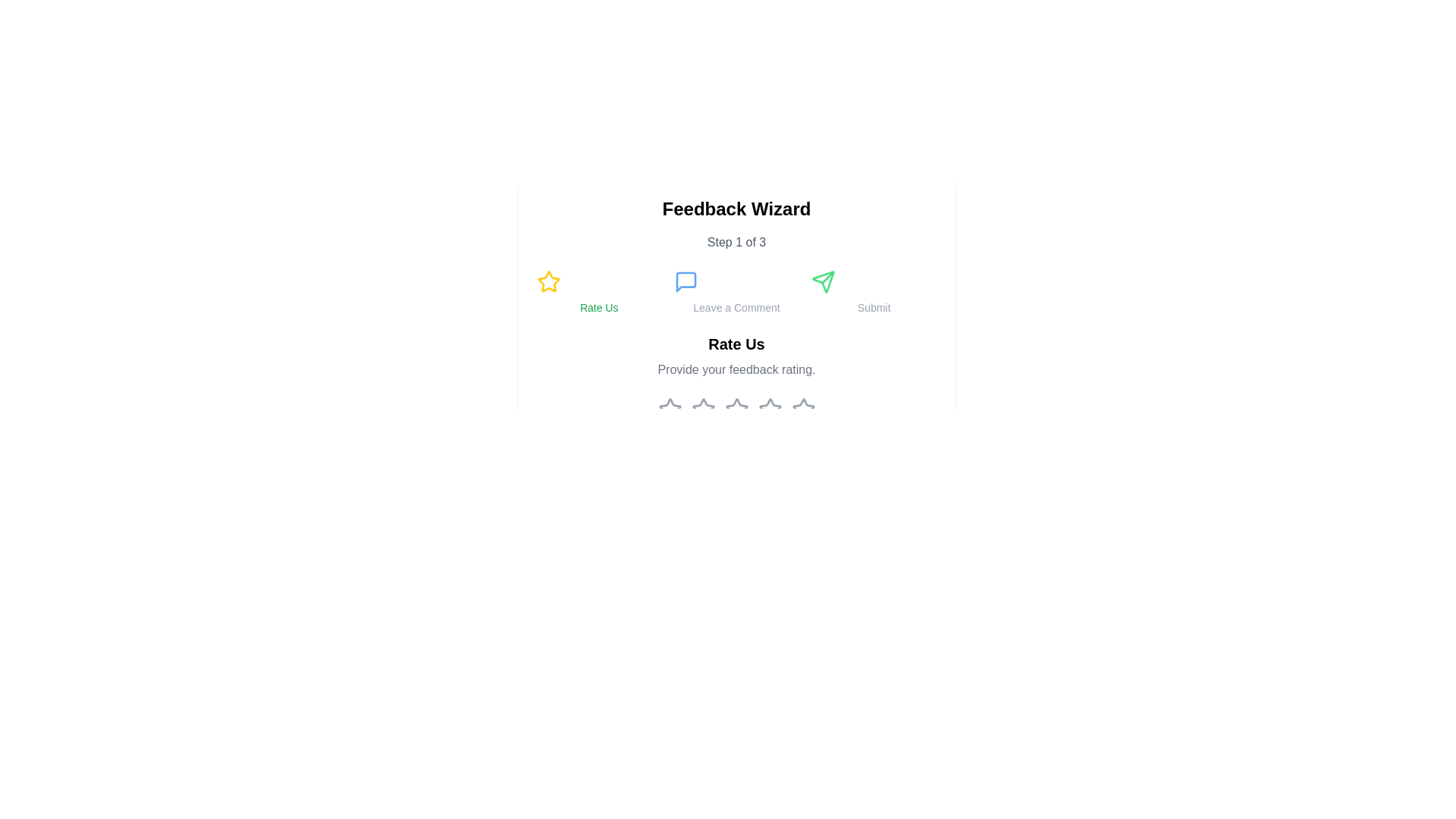 The image size is (1456, 819). I want to click on over the first star icon in the star-rating feature, so click(669, 408).